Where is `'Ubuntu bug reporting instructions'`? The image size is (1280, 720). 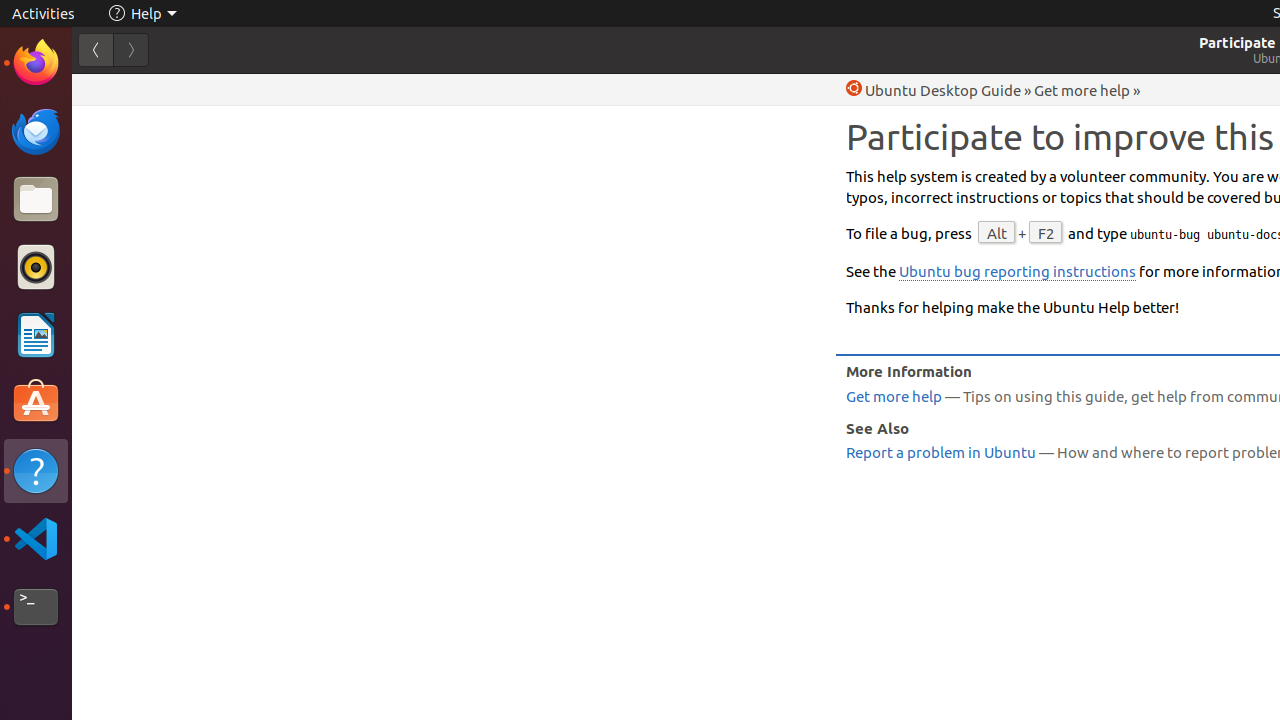 'Ubuntu bug reporting instructions' is located at coordinates (1017, 271).